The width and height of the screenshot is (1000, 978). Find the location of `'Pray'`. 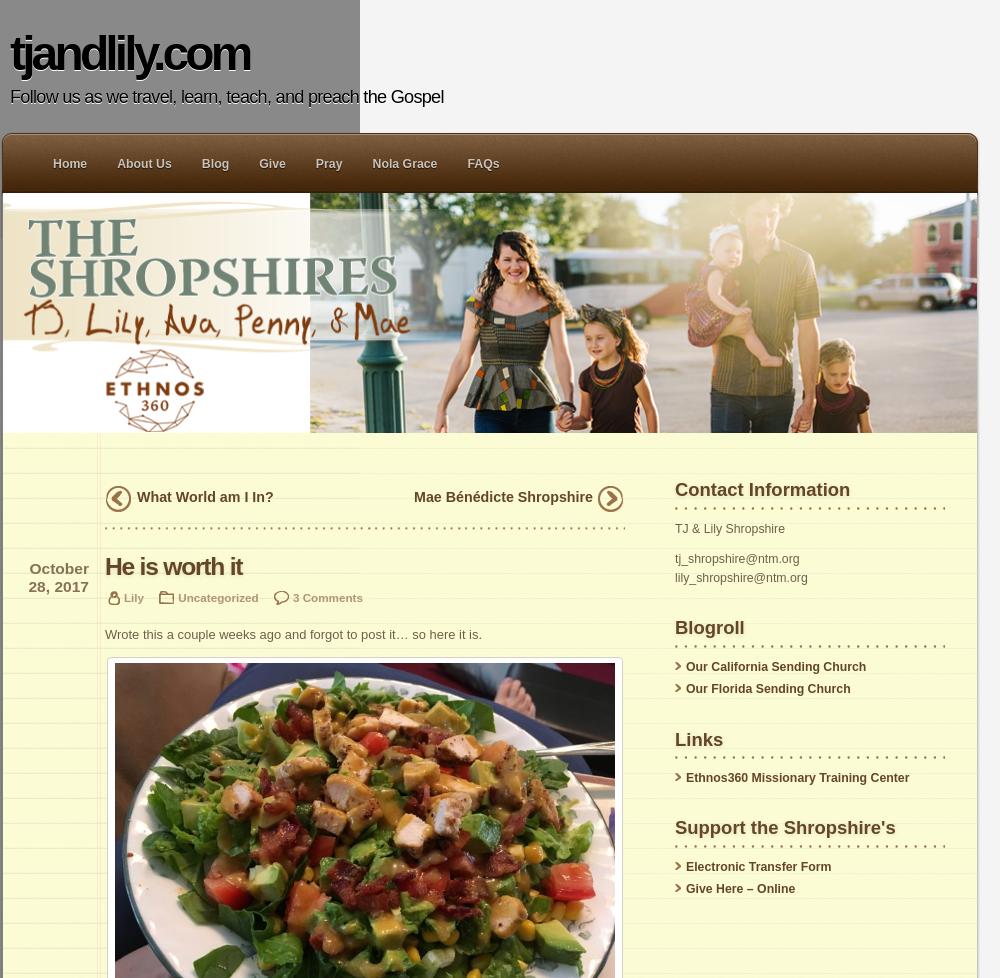

'Pray' is located at coordinates (327, 164).